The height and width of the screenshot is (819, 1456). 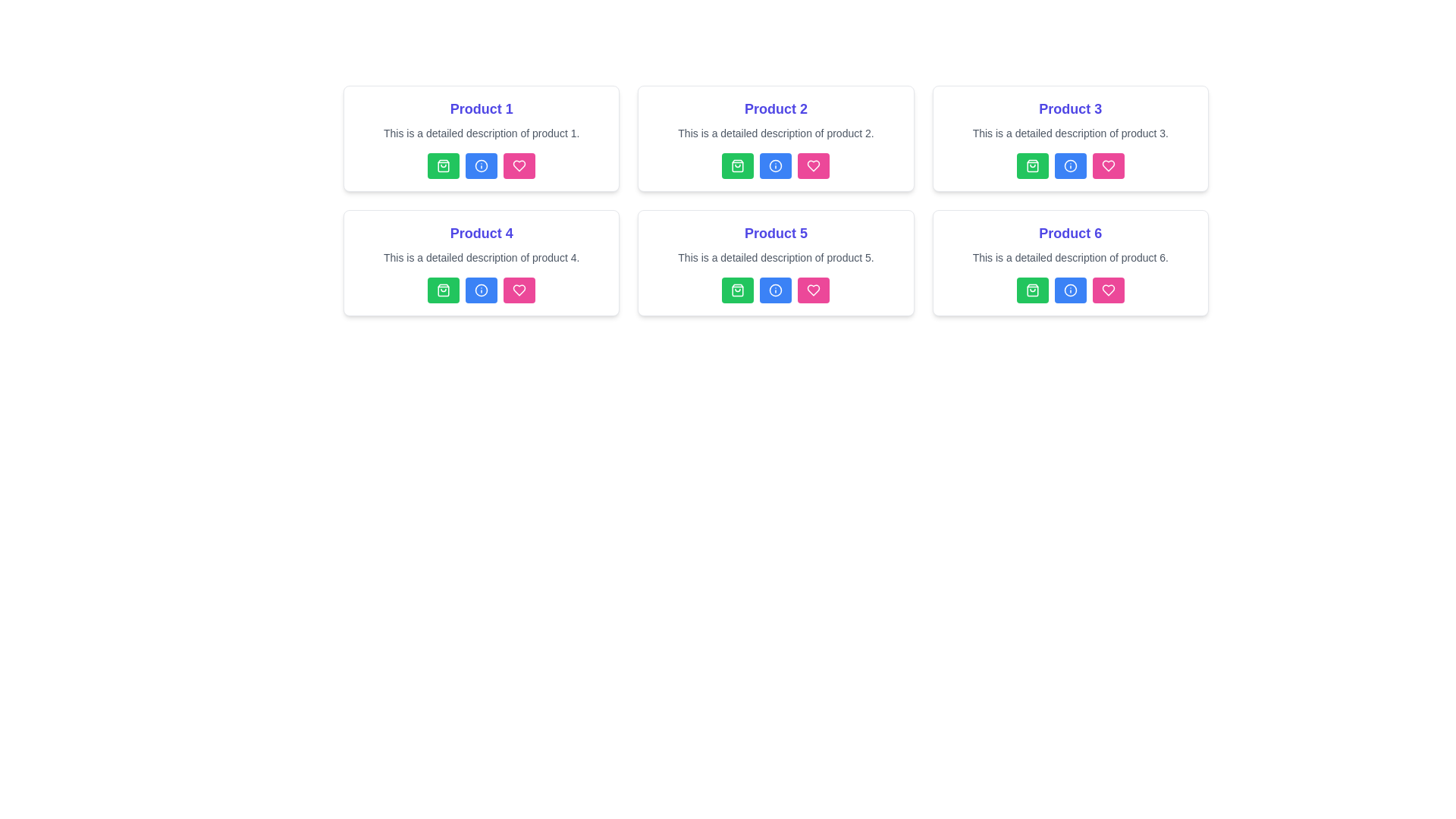 What do you see at coordinates (776, 290) in the screenshot?
I see `the 'info' icon, which is the middle icon in the sequence of three actions under the 'Product 5' section` at bounding box center [776, 290].